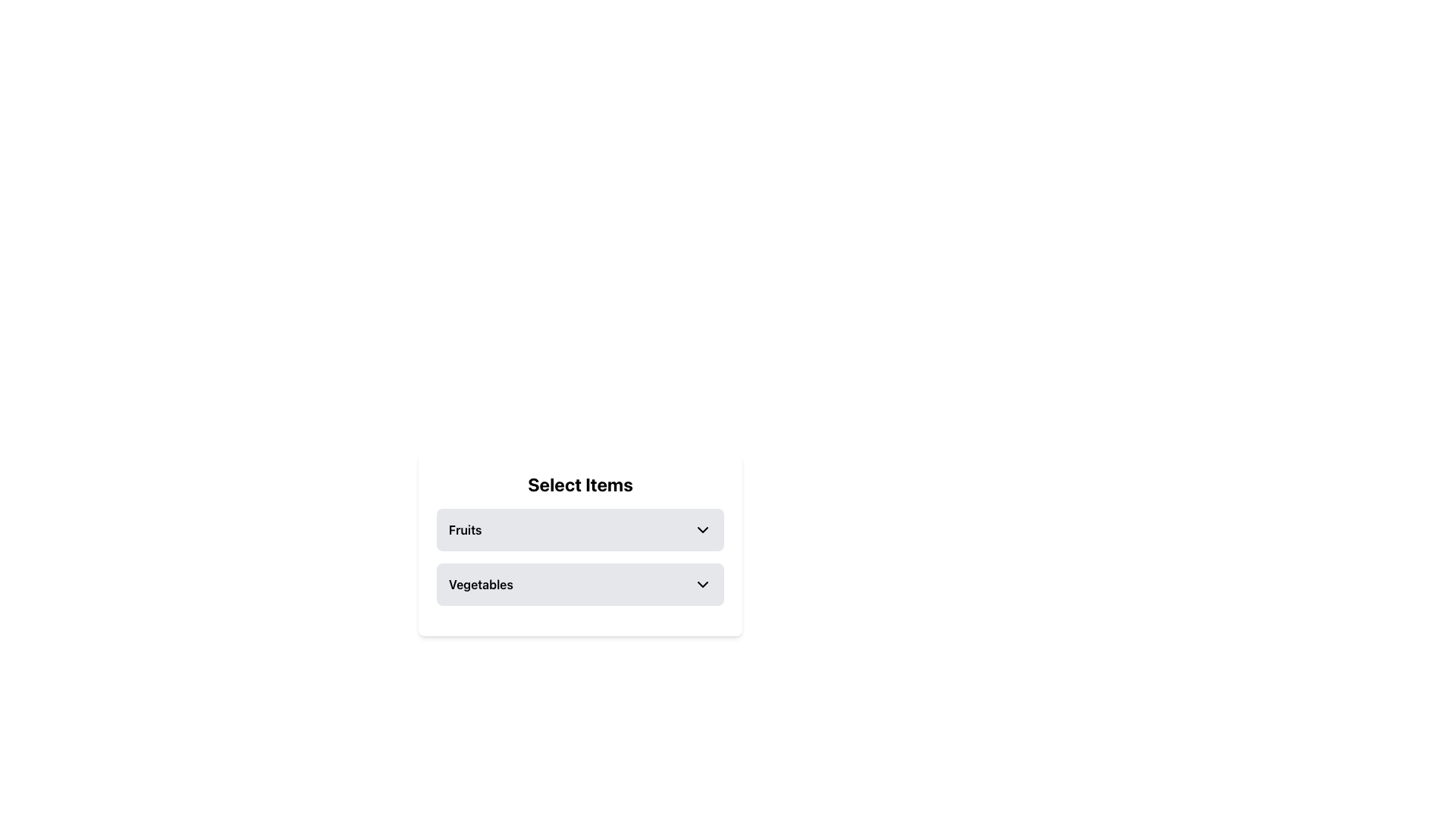  I want to click on the dropdown menu within the 'Select Items' panel, so click(579, 544).